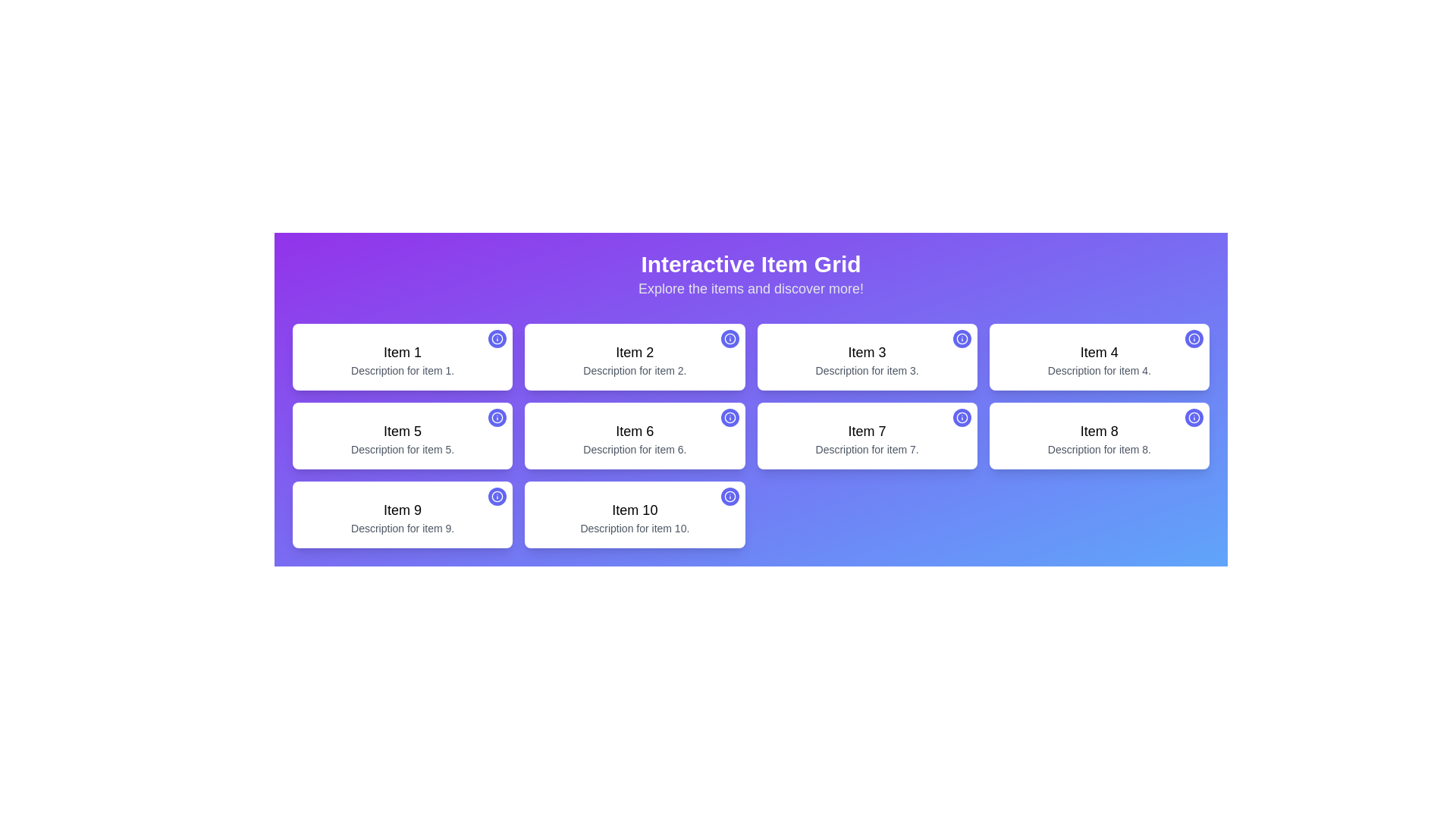 This screenshot has height=819, width=1456. Describe the element at coordinates (497, 497) in the screenshot. I see `the information indicator icon located at the top right corner of the card labeled 'Item 9', which serves as a compact, interactive badge overlay` at that location.